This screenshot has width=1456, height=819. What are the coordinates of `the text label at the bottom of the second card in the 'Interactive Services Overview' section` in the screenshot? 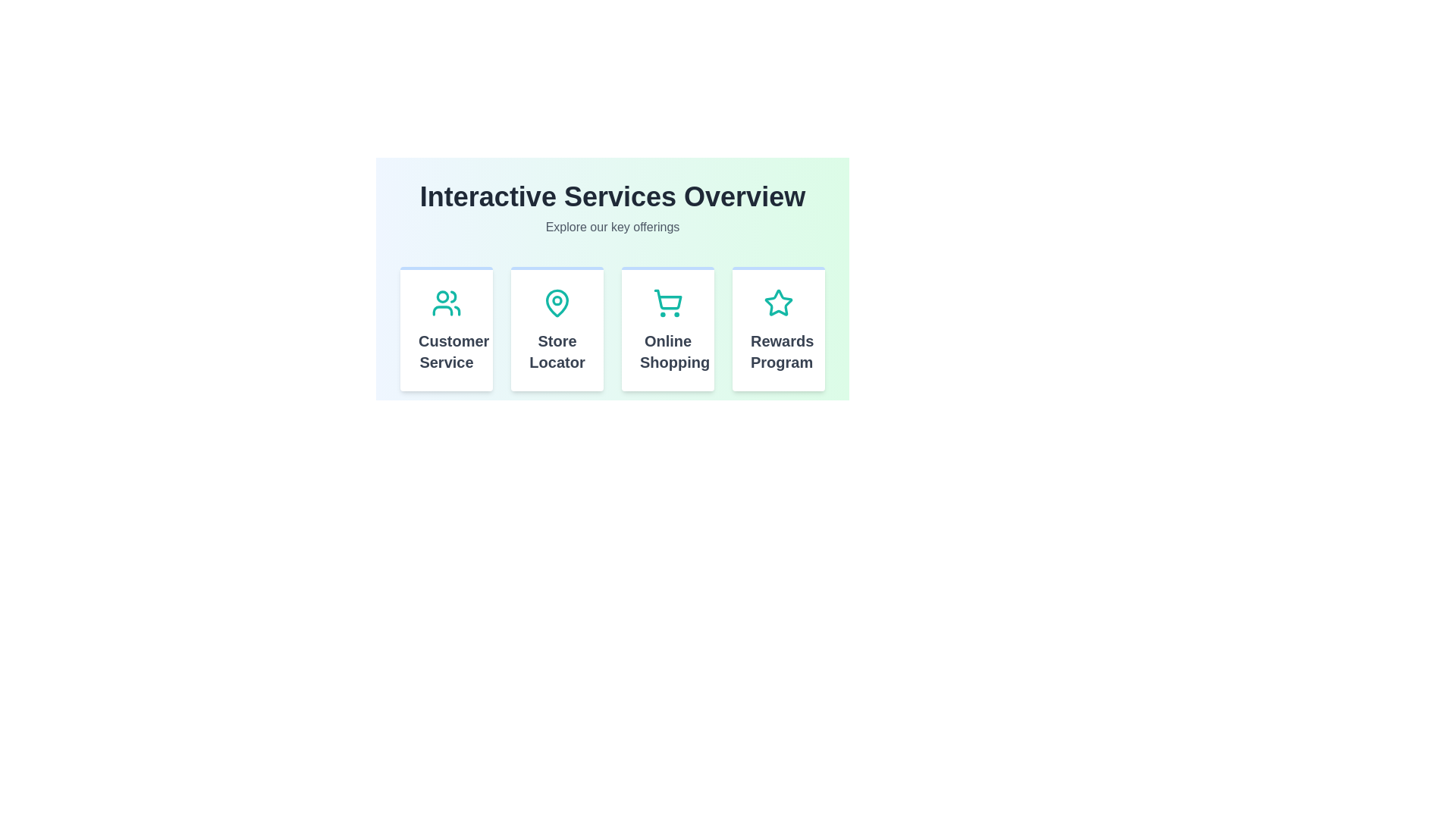 It's located at (556, 351).